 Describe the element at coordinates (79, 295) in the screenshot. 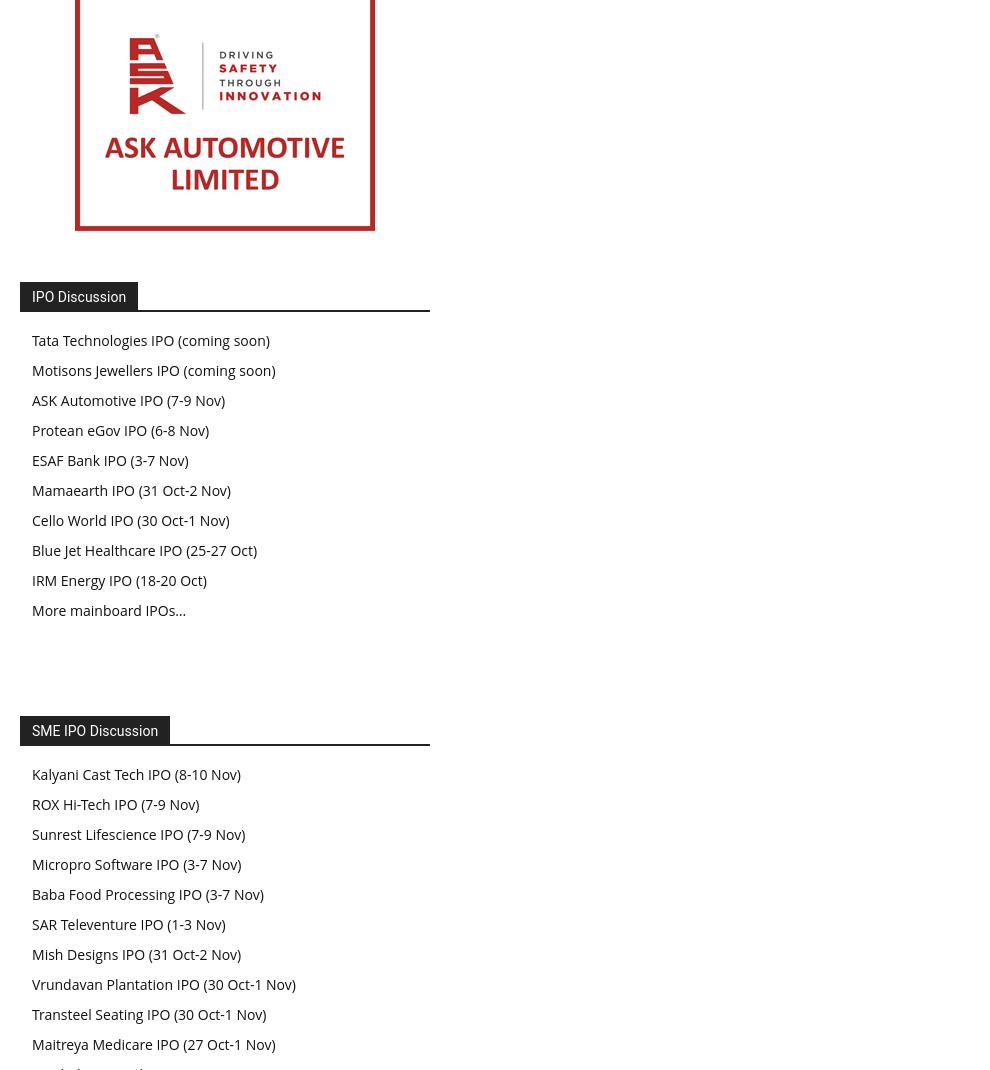

I see `'IPO Discussion'` at that location.